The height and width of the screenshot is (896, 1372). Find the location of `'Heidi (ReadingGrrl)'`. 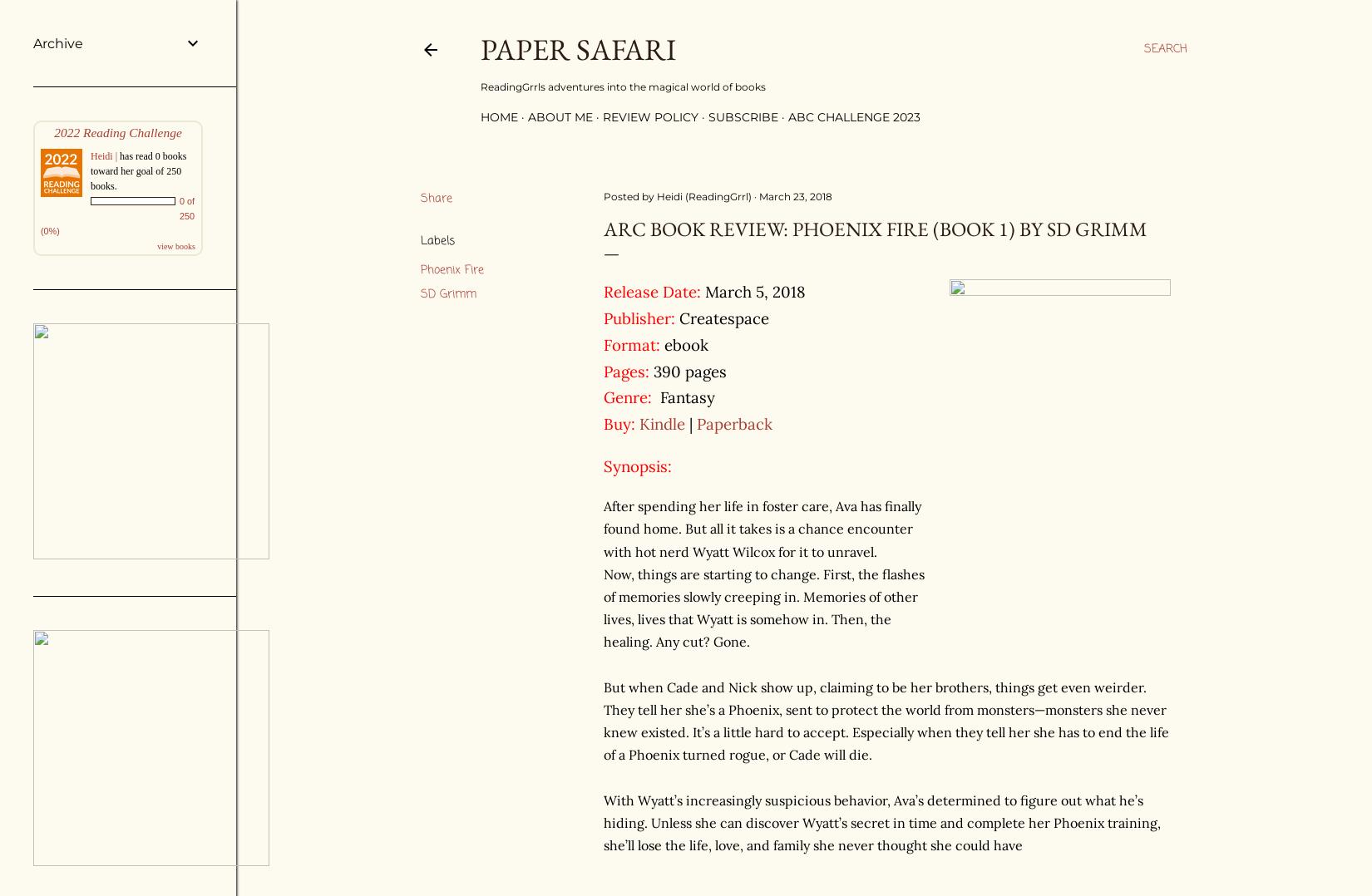

'Heidi (ReadingGrrl)' is located at coordinates (703, 195).